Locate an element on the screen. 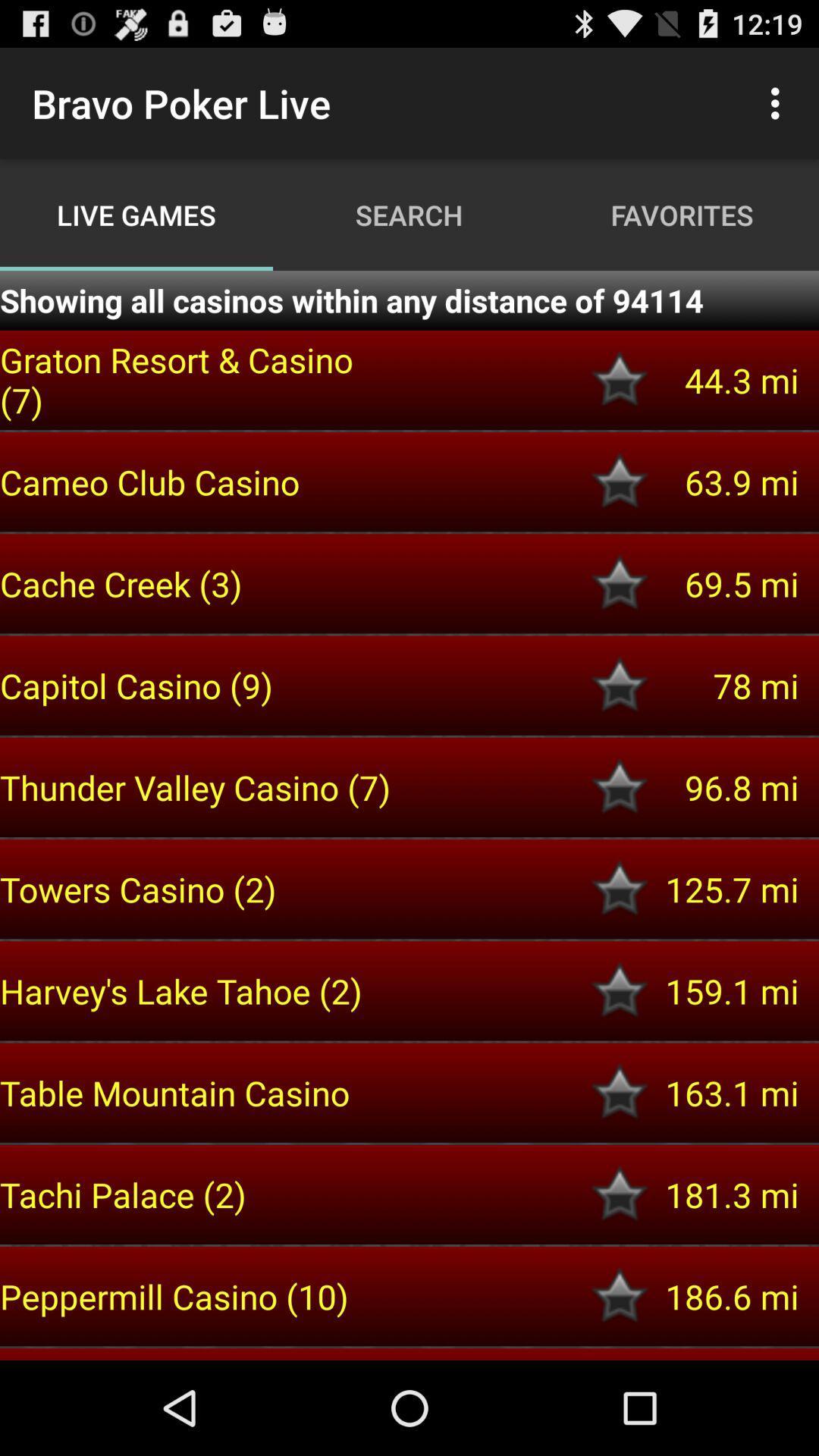 This screenshot has height=1456, width=819. bookmark this location is located at coordinates (620, 582).